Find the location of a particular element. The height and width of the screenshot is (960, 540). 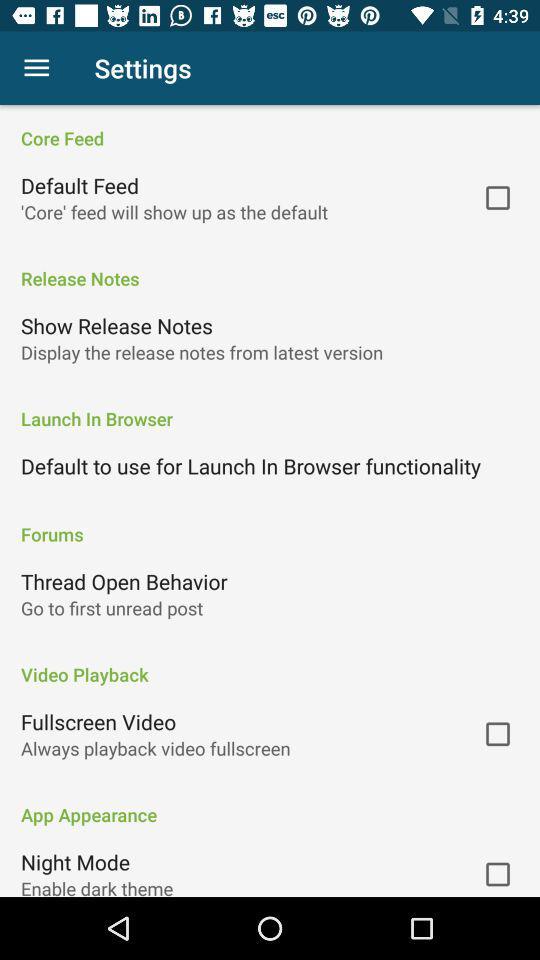

the item below the show release notes is located at coordinates (202, 352).